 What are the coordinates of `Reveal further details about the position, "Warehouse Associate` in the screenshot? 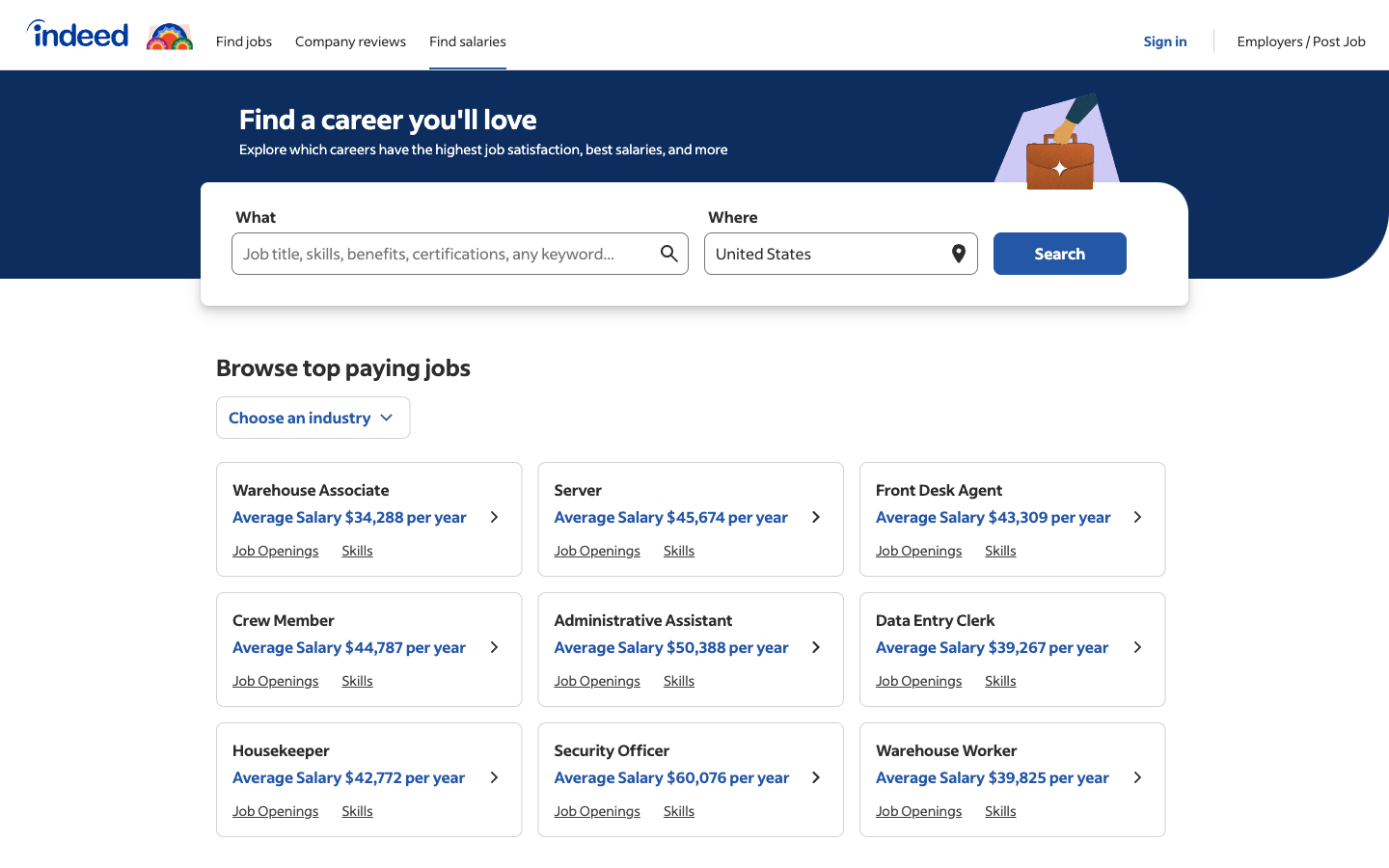 It's located at (493, 518).